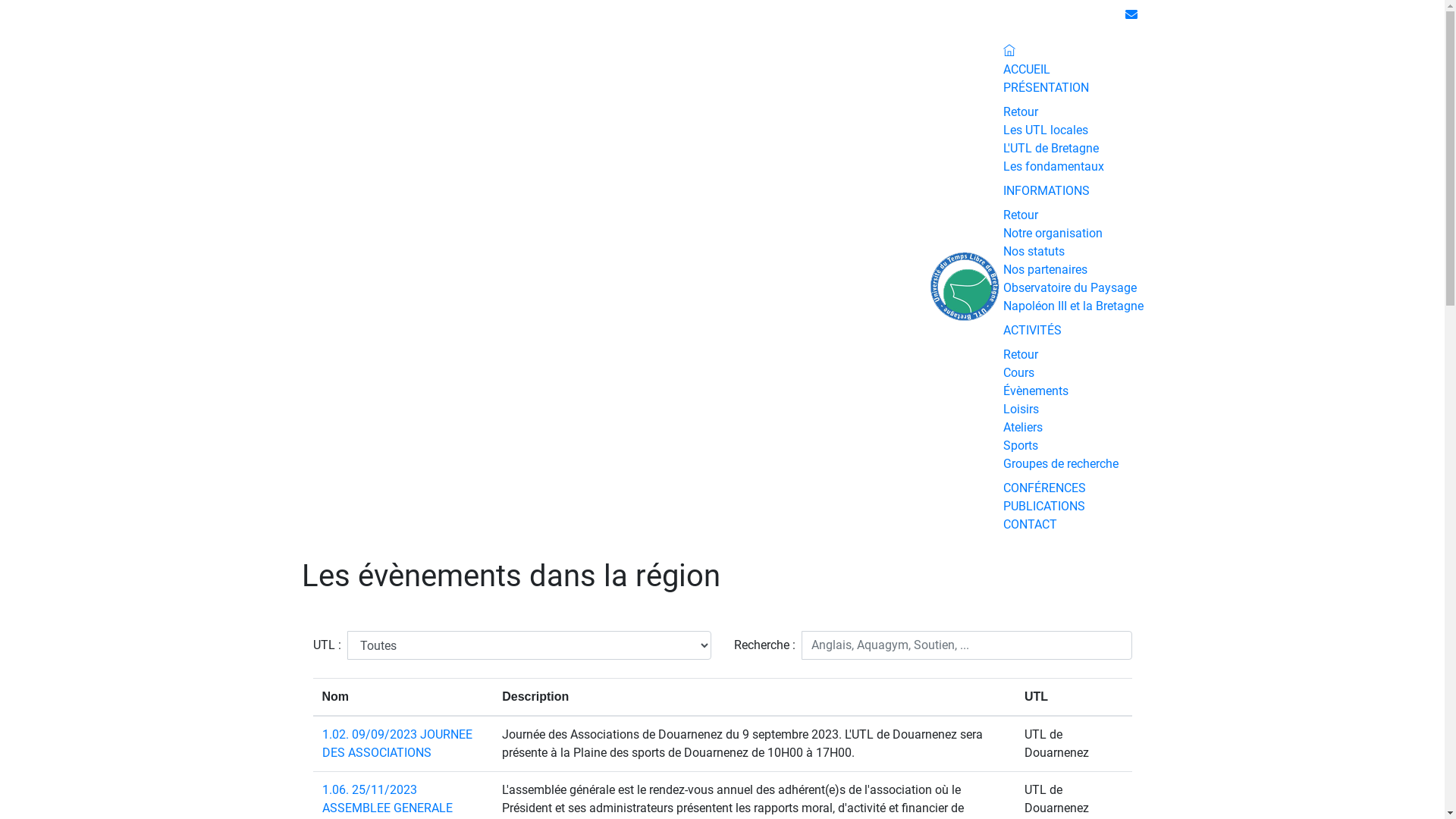  I want to click on 'ACCUEIL', so click(1026, 69).